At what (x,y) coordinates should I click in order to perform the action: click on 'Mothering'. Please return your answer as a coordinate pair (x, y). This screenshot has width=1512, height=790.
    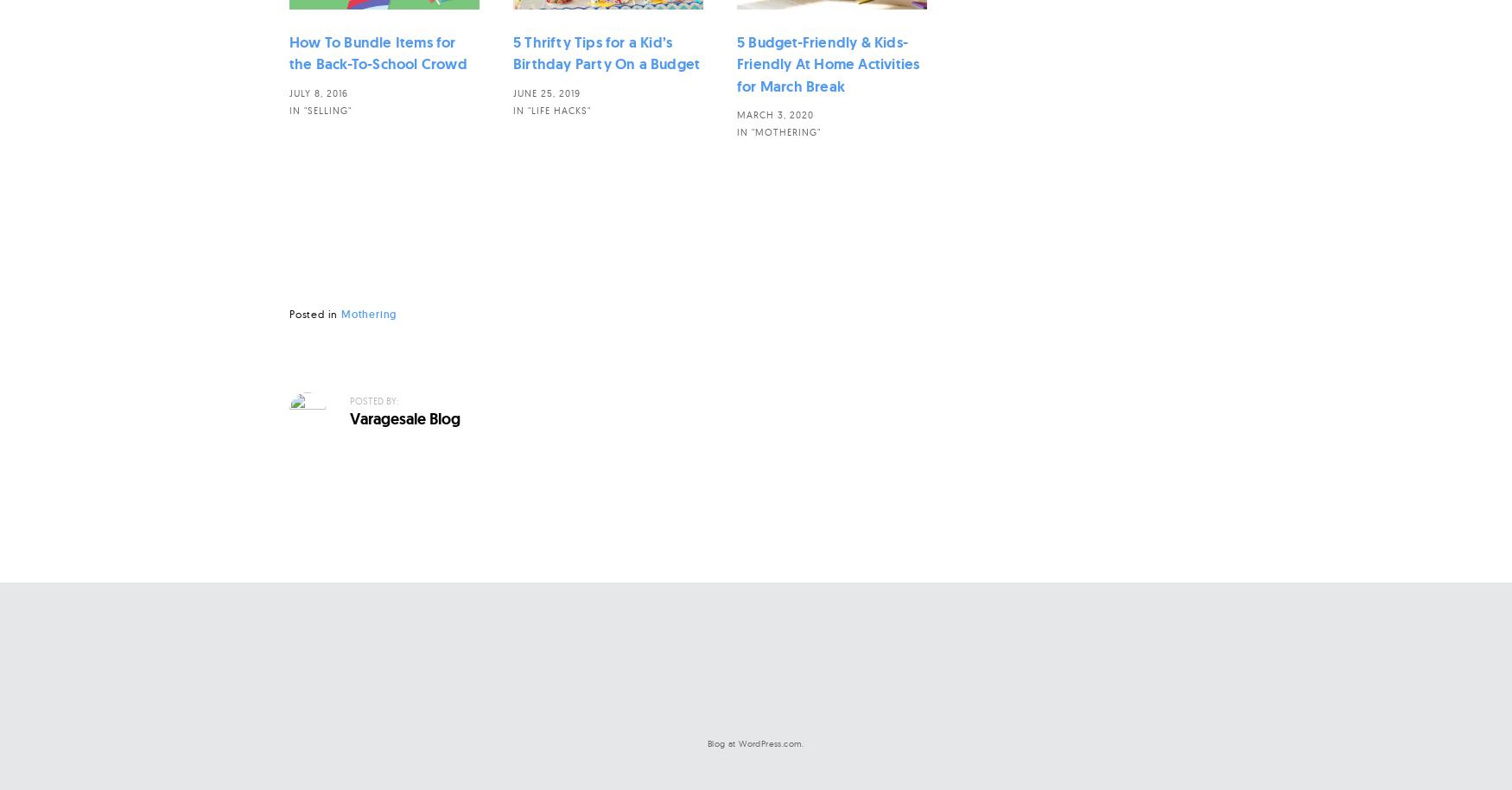
    Looking at the image, I should click on (368, 313).